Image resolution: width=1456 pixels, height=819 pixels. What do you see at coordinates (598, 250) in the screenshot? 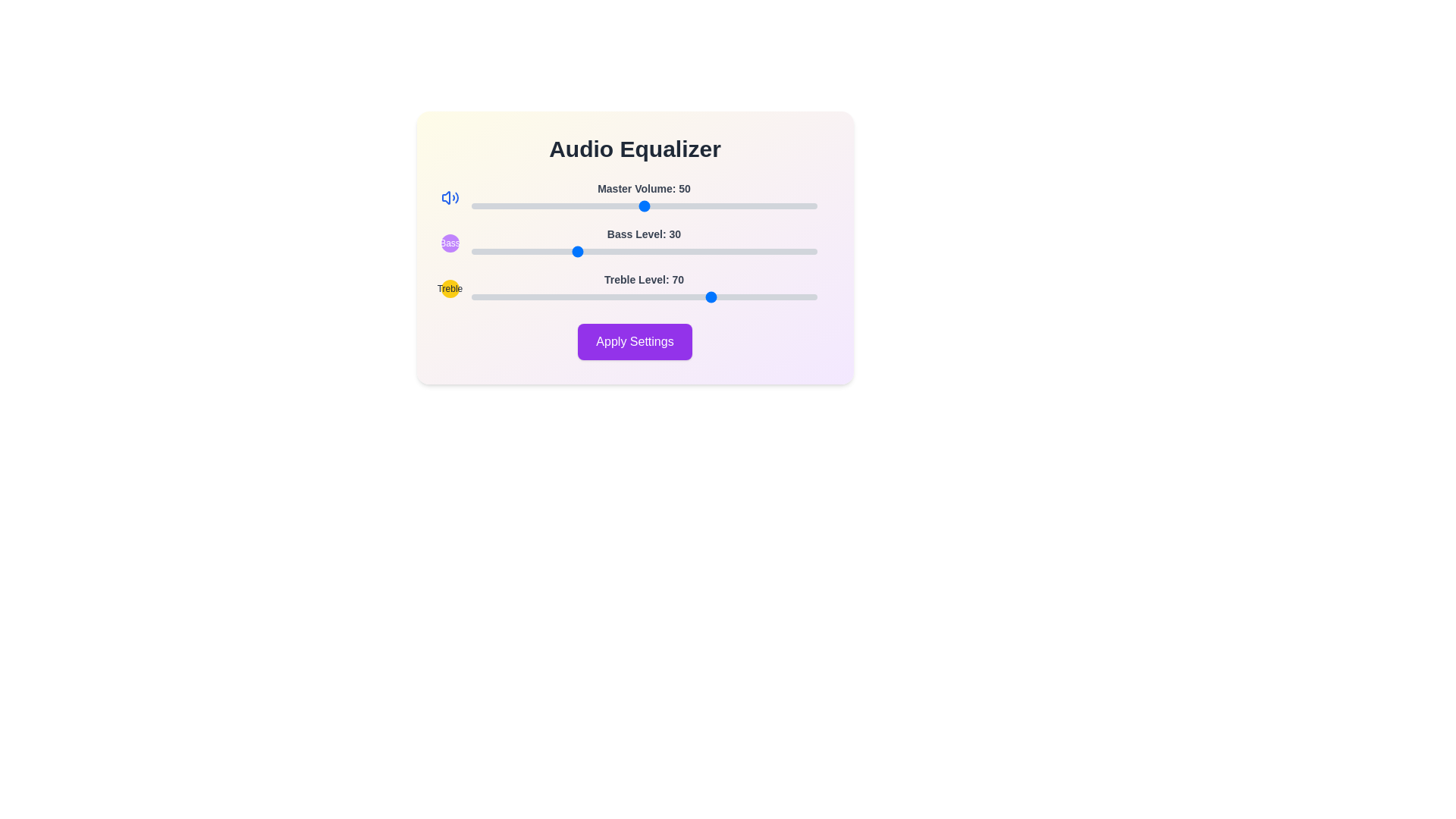
I see `bass level` at bounding box center [598, 250].